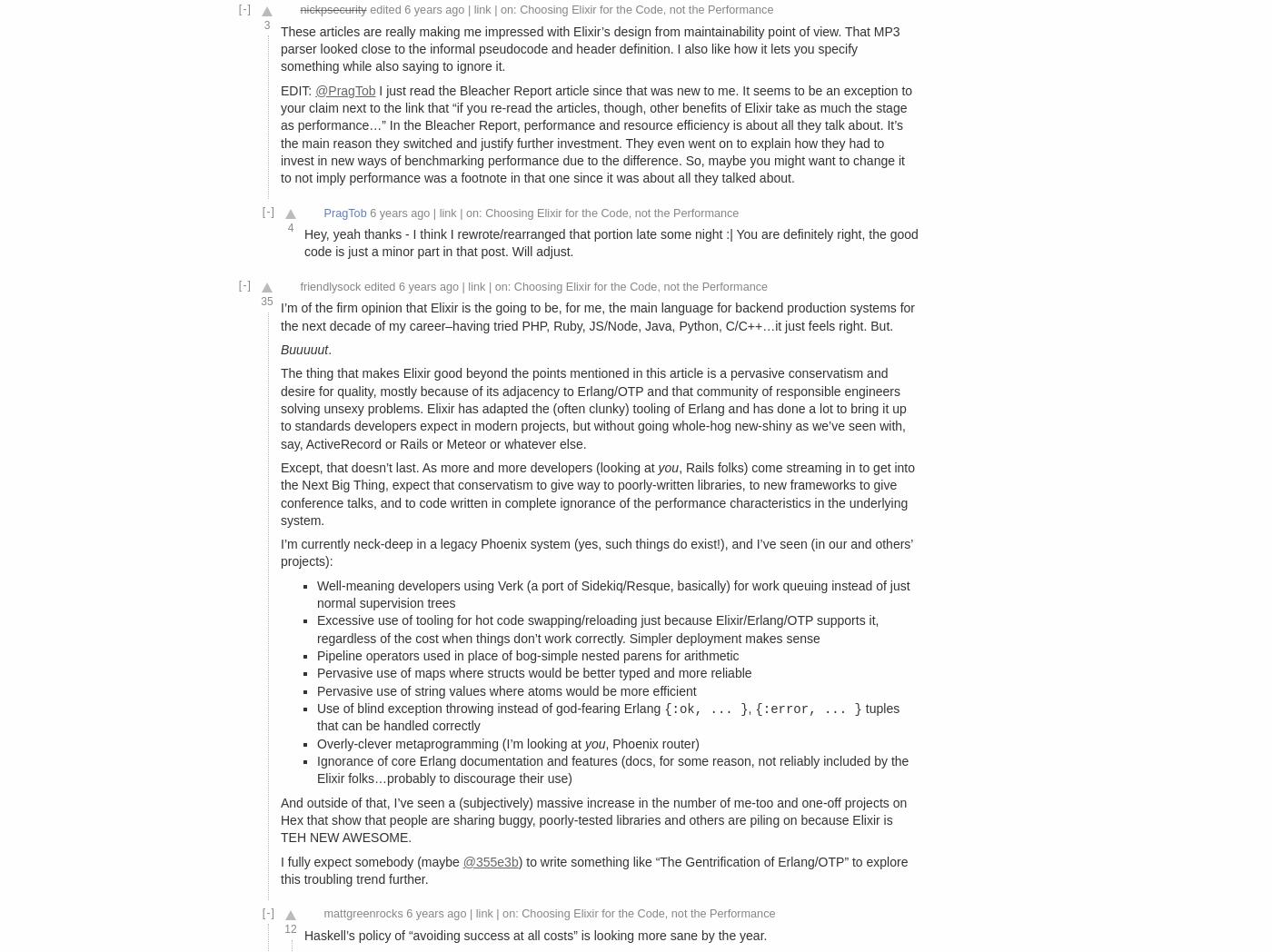 This screenshot has height=952, width=1272. What do you see at coordinates (330, 347) in the screenshot?
I see `'.'` at bounding box center [330, 347].